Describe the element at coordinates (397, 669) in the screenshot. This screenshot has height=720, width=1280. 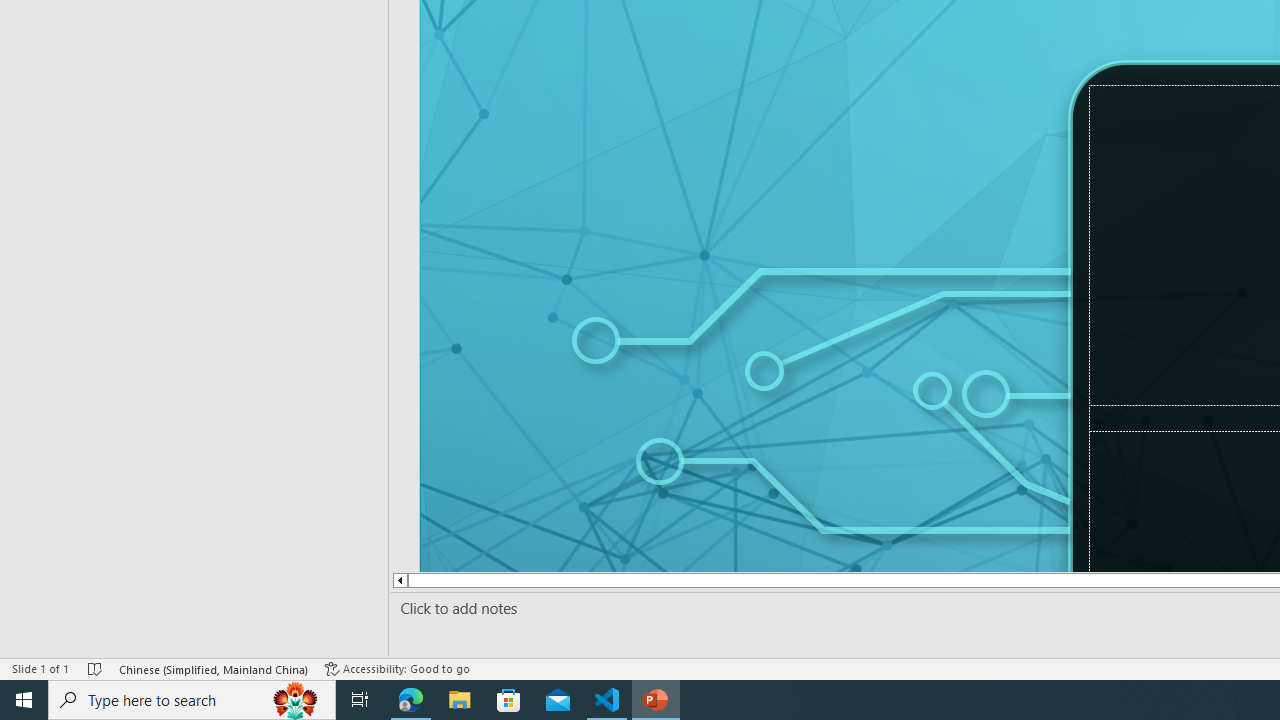
I see `'Accessibility Checker Accessibility: Good to go'` at that location.